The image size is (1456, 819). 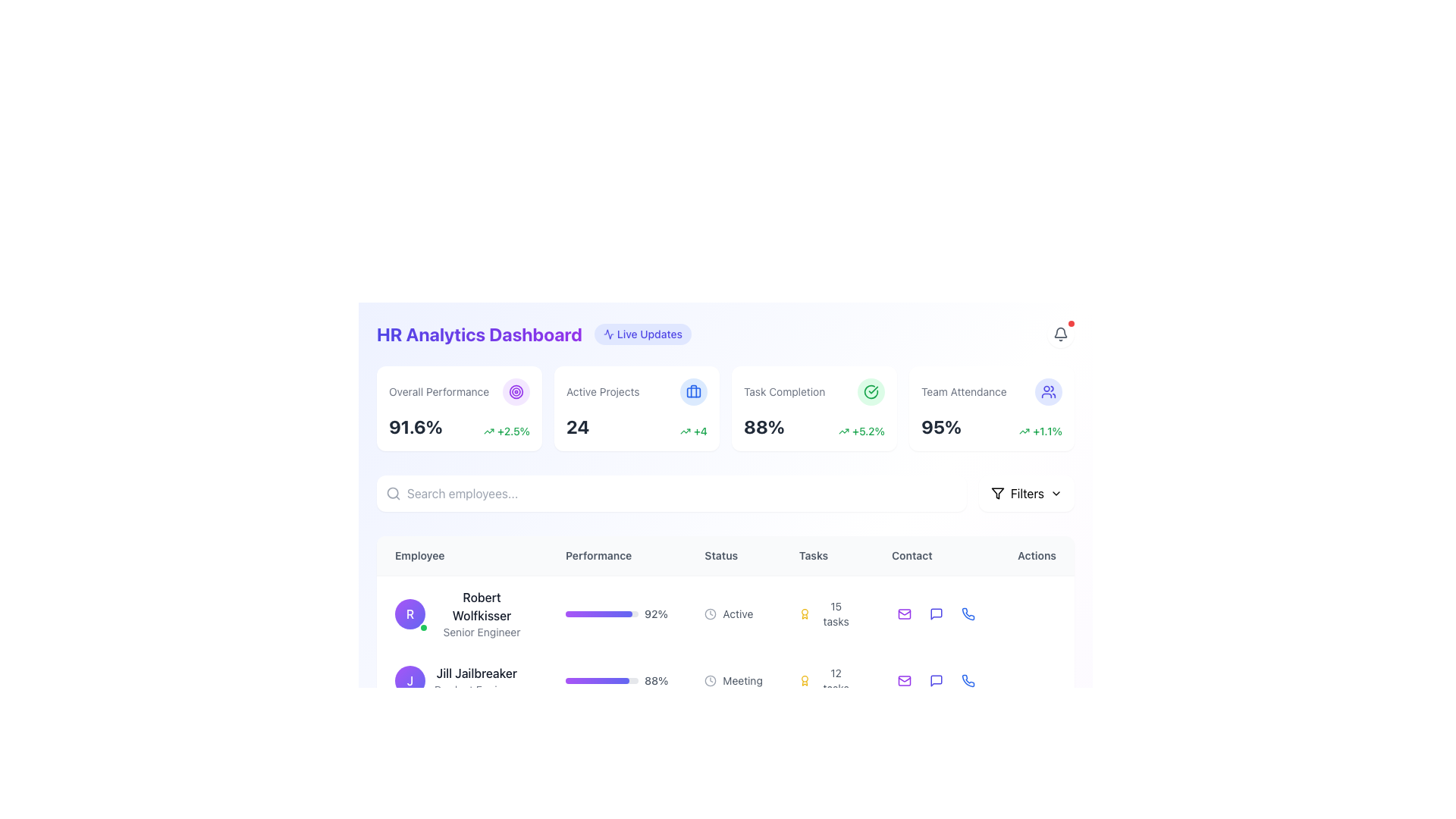 What do you see at coordinates (685, 431) in the screenshot?
I see `the visual representation of the upward-trending graph icon located near the numeric text '+4' in the 'Active Projects' card on the dashboard` at bounding box center [685, 431].